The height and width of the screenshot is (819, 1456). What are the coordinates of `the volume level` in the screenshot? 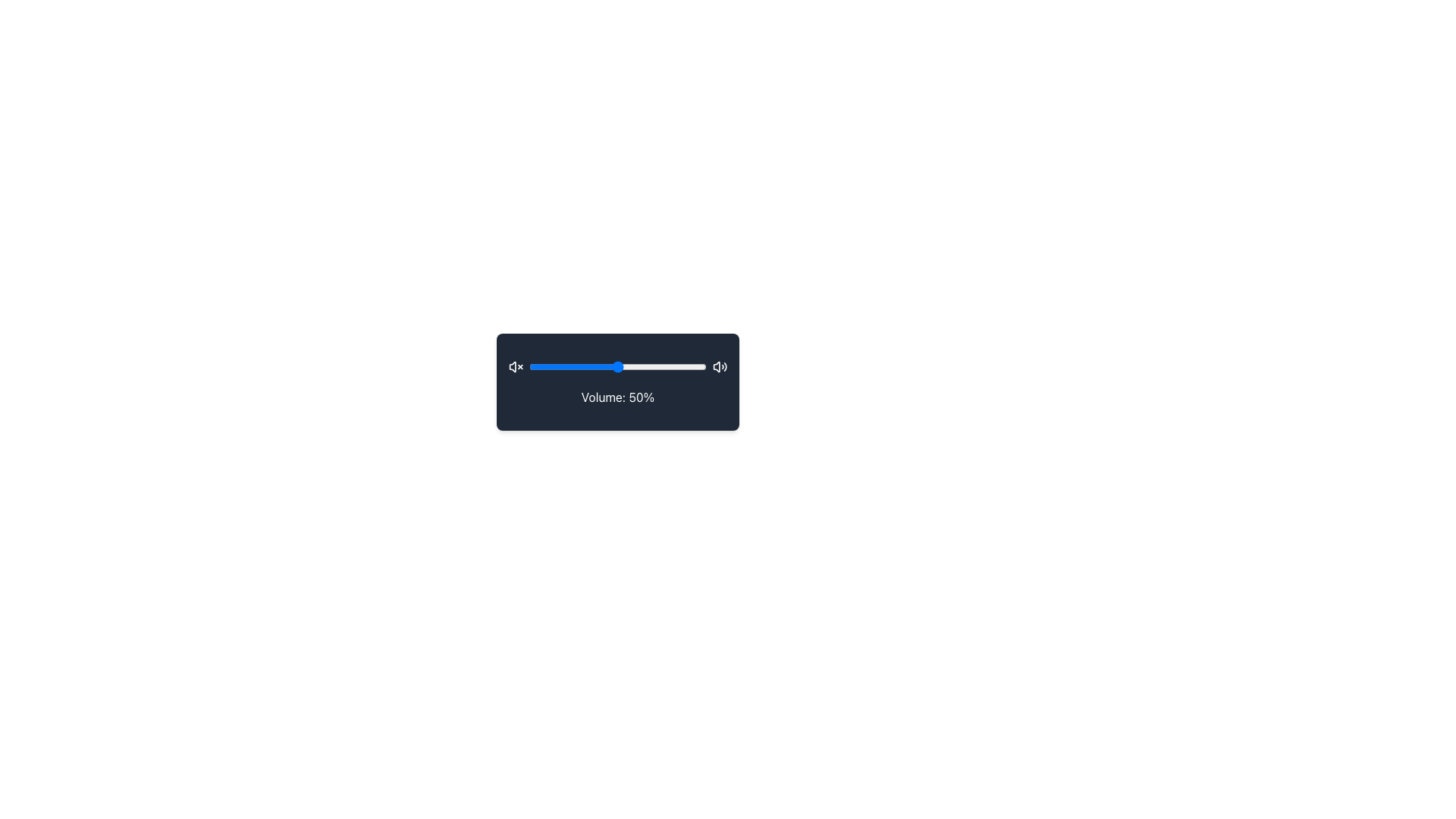 It's located at (700, 366).